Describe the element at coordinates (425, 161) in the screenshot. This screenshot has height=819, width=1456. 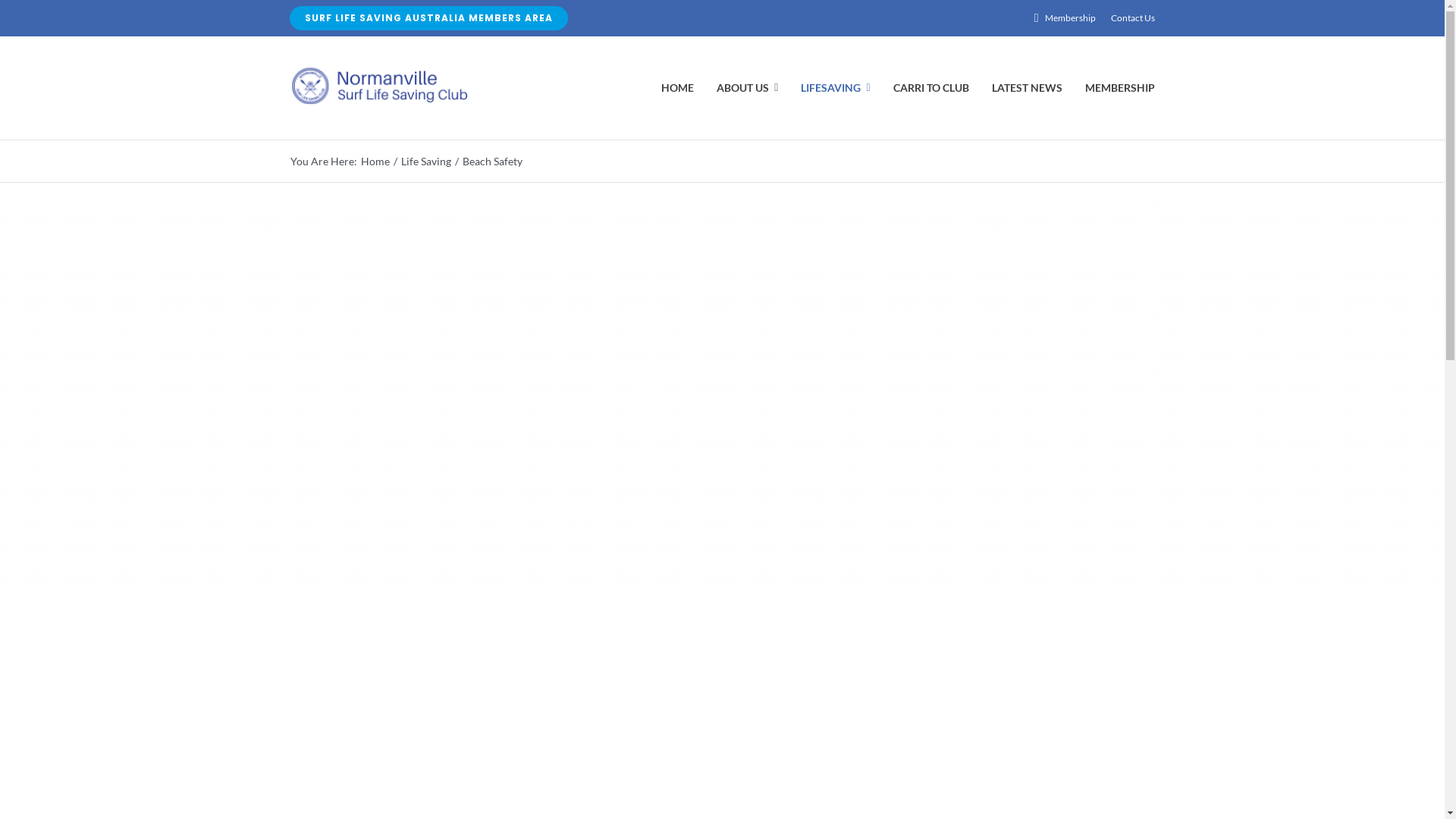
I see `'Life Saving'` at that location.